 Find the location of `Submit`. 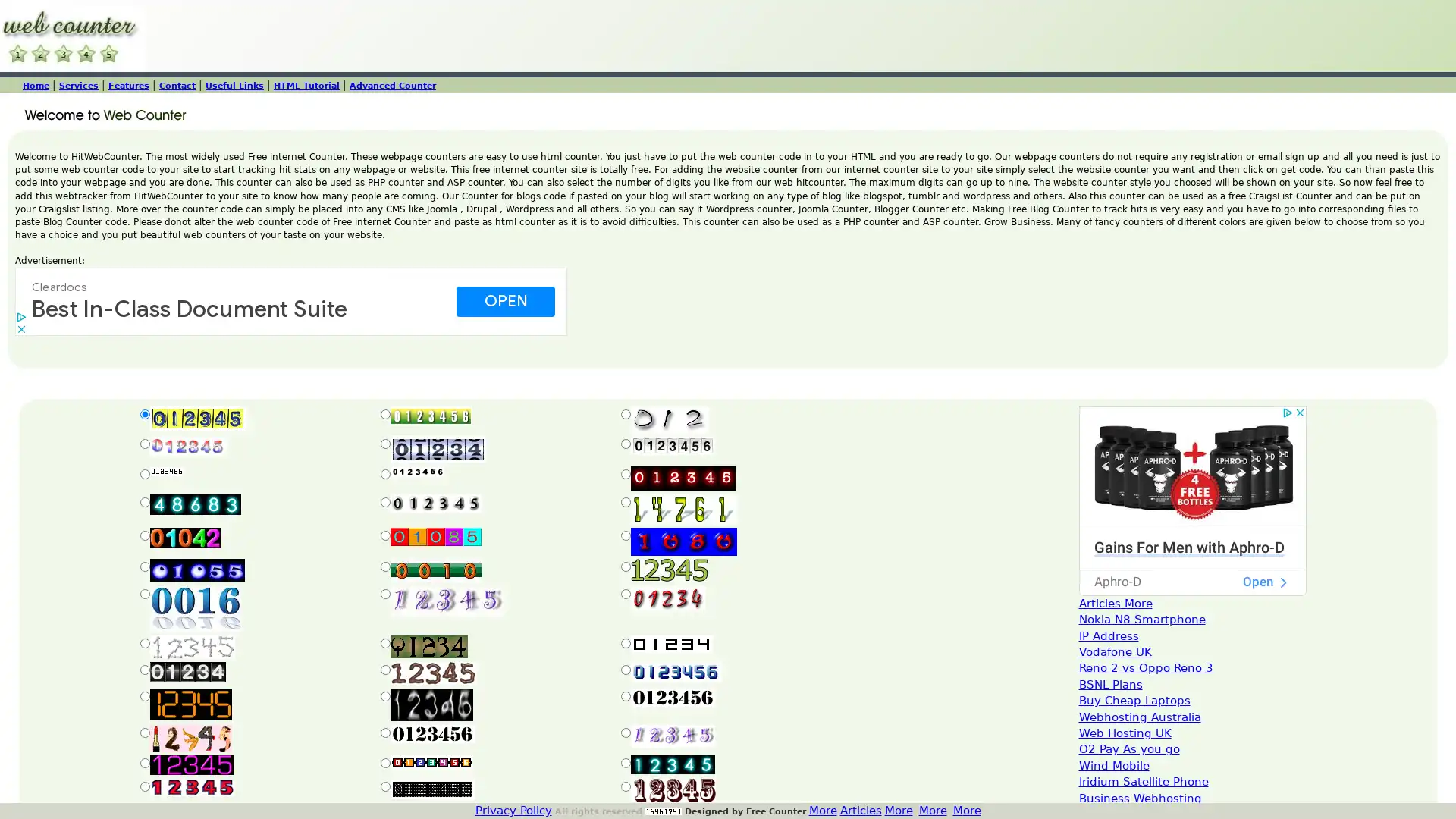

Submit is located at coordinates (187, 671).